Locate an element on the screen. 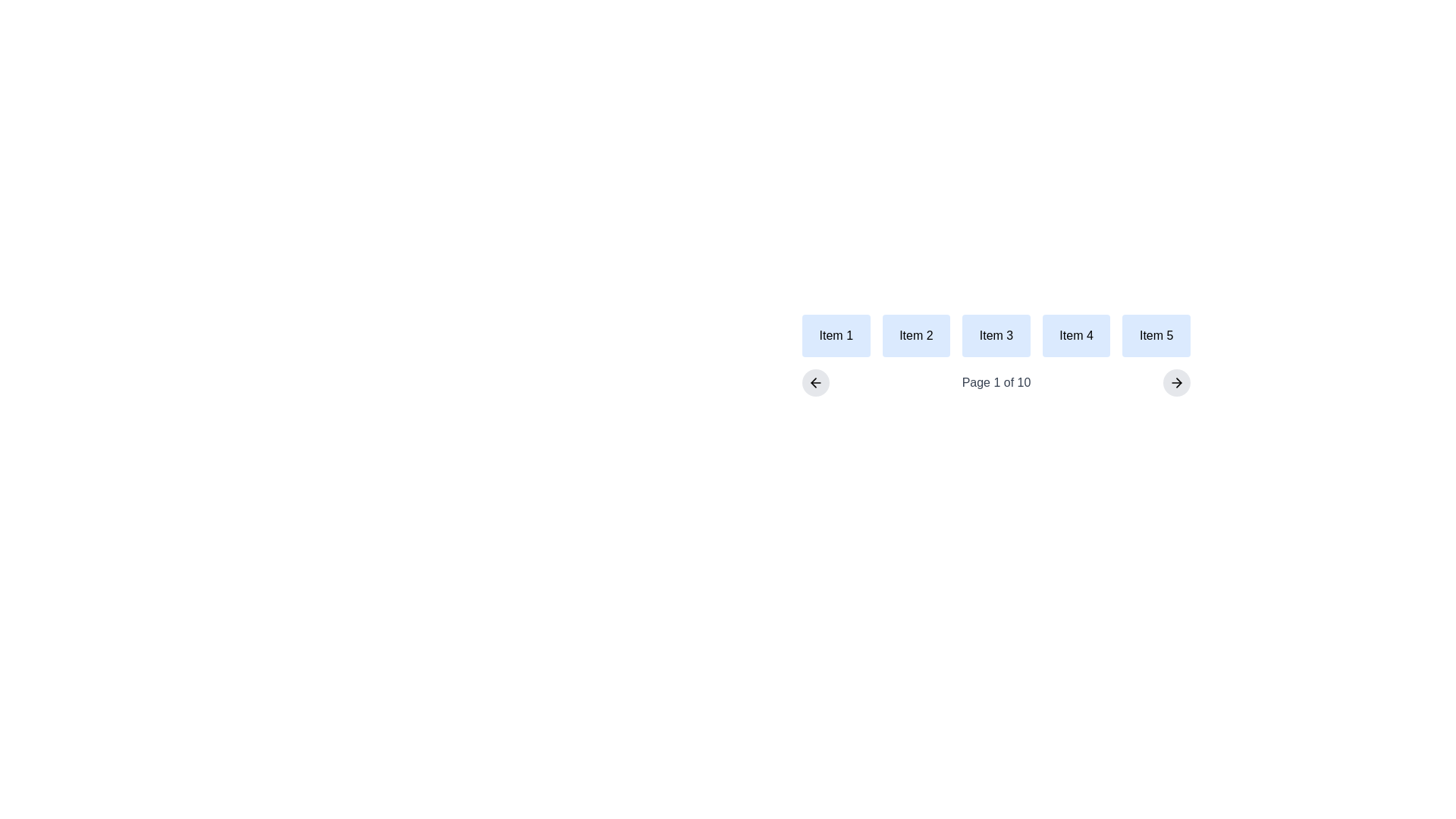 This screenshot has height=819, width=1456. the right-pointing arrow icon button located at the far-right end of the page navigation section is located at coordinates (1175, 382).